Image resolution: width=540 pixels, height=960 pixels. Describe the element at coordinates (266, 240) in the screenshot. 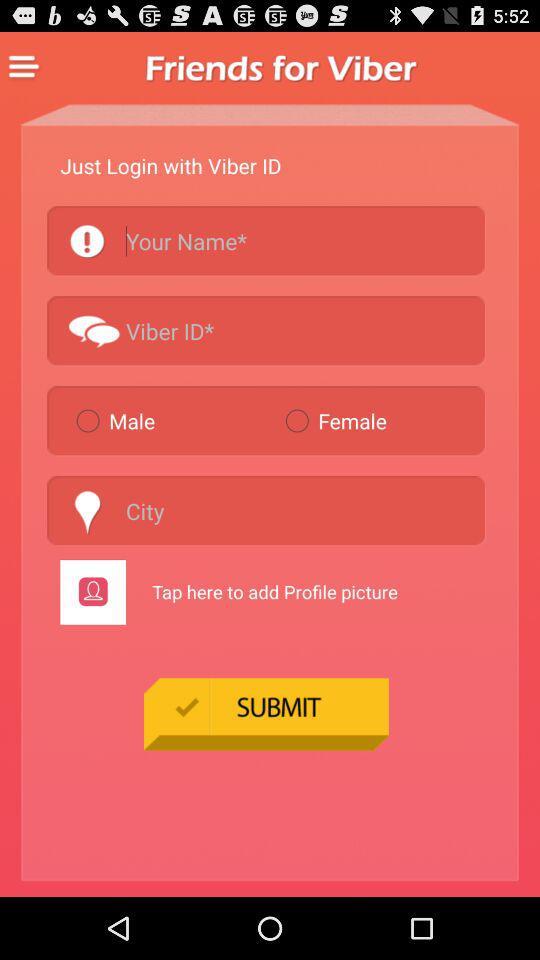

I see `search by name` at that location.